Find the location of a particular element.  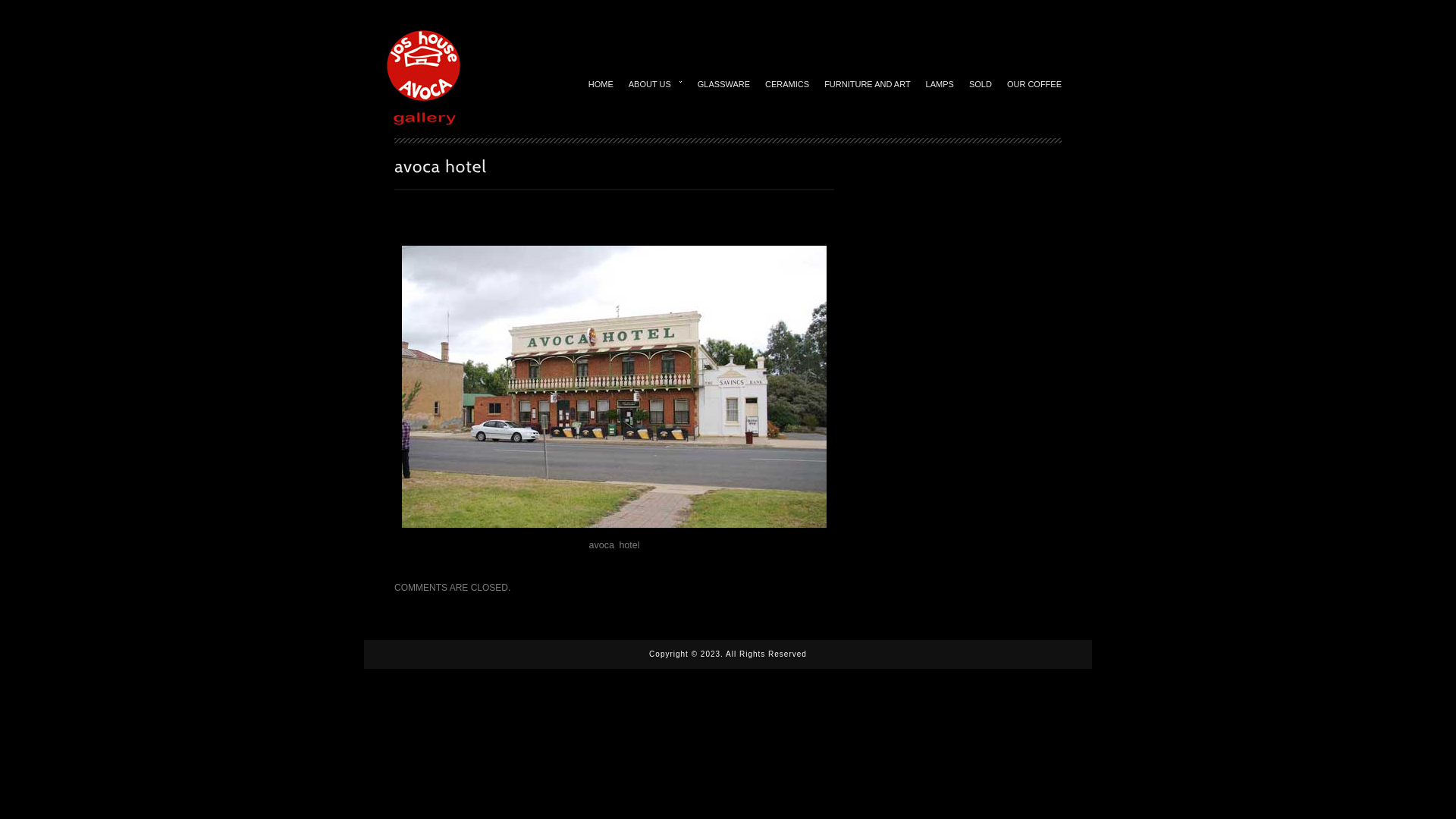

'CERAMICS' is located at coordinates (786, 82).